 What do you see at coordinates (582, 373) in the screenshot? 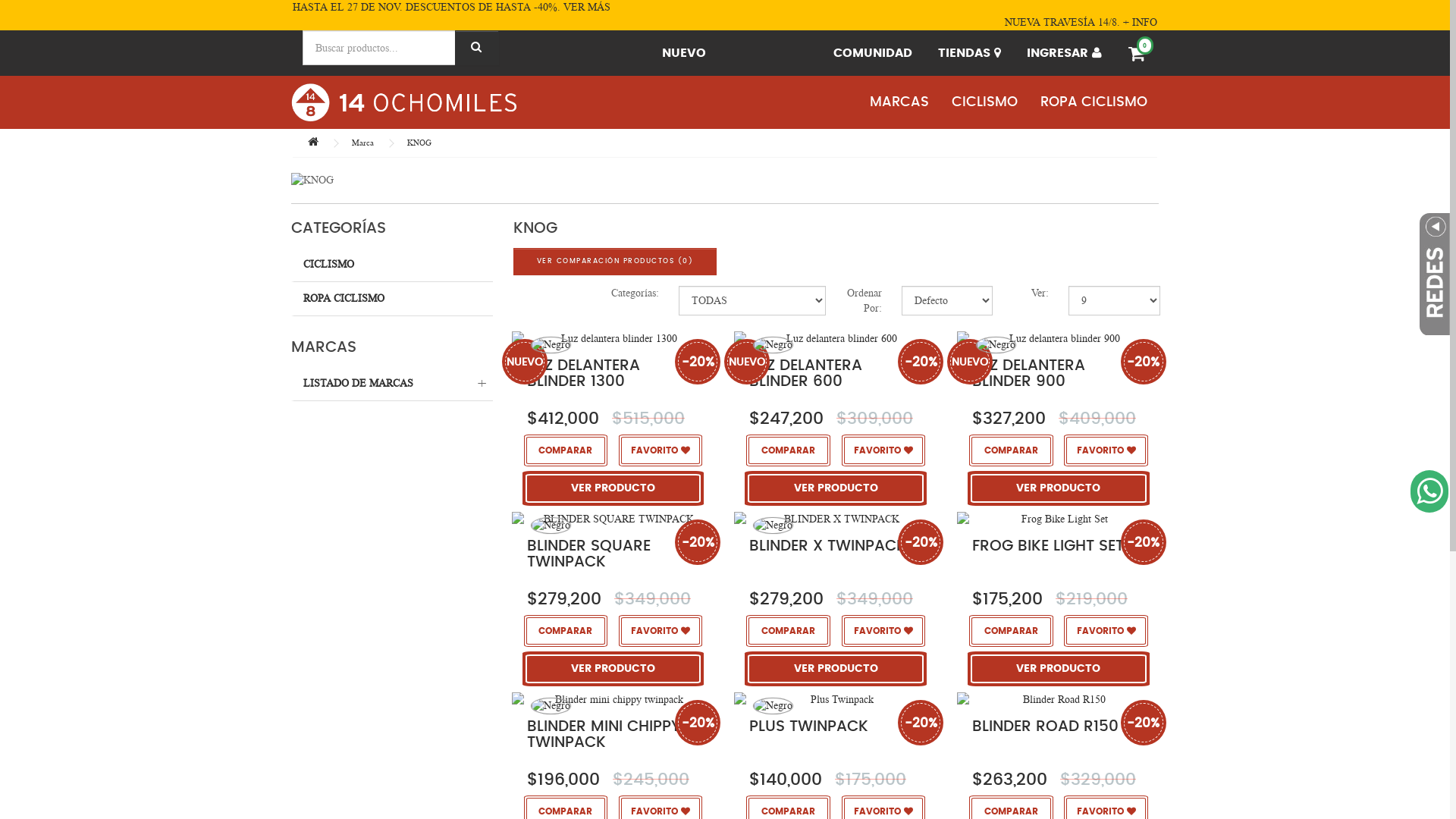
I see `'LUZ DELANTERA BLINDER 1300'` at bounding box center [582, 373].